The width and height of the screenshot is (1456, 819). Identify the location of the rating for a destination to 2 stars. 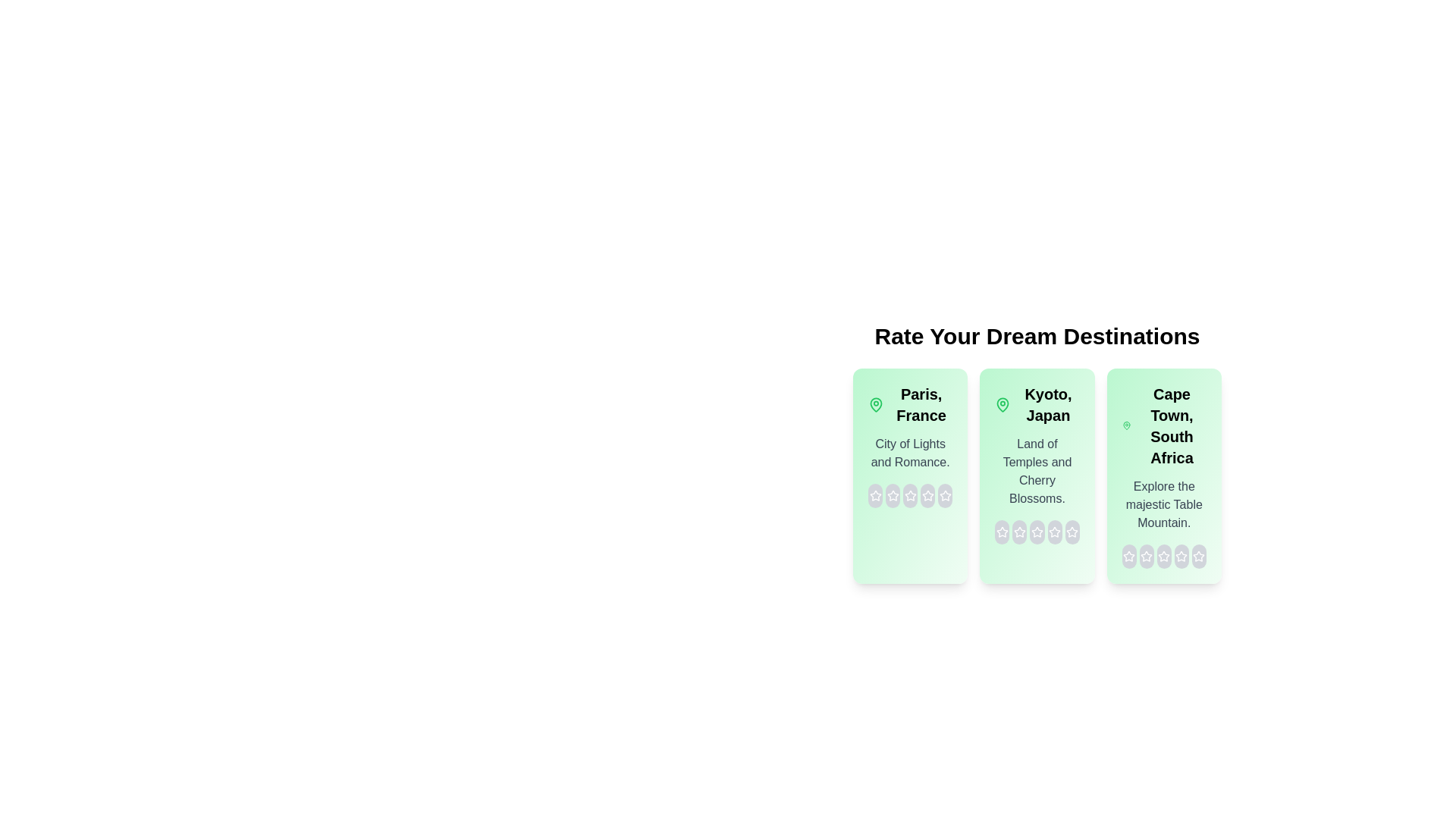
(893, 496).